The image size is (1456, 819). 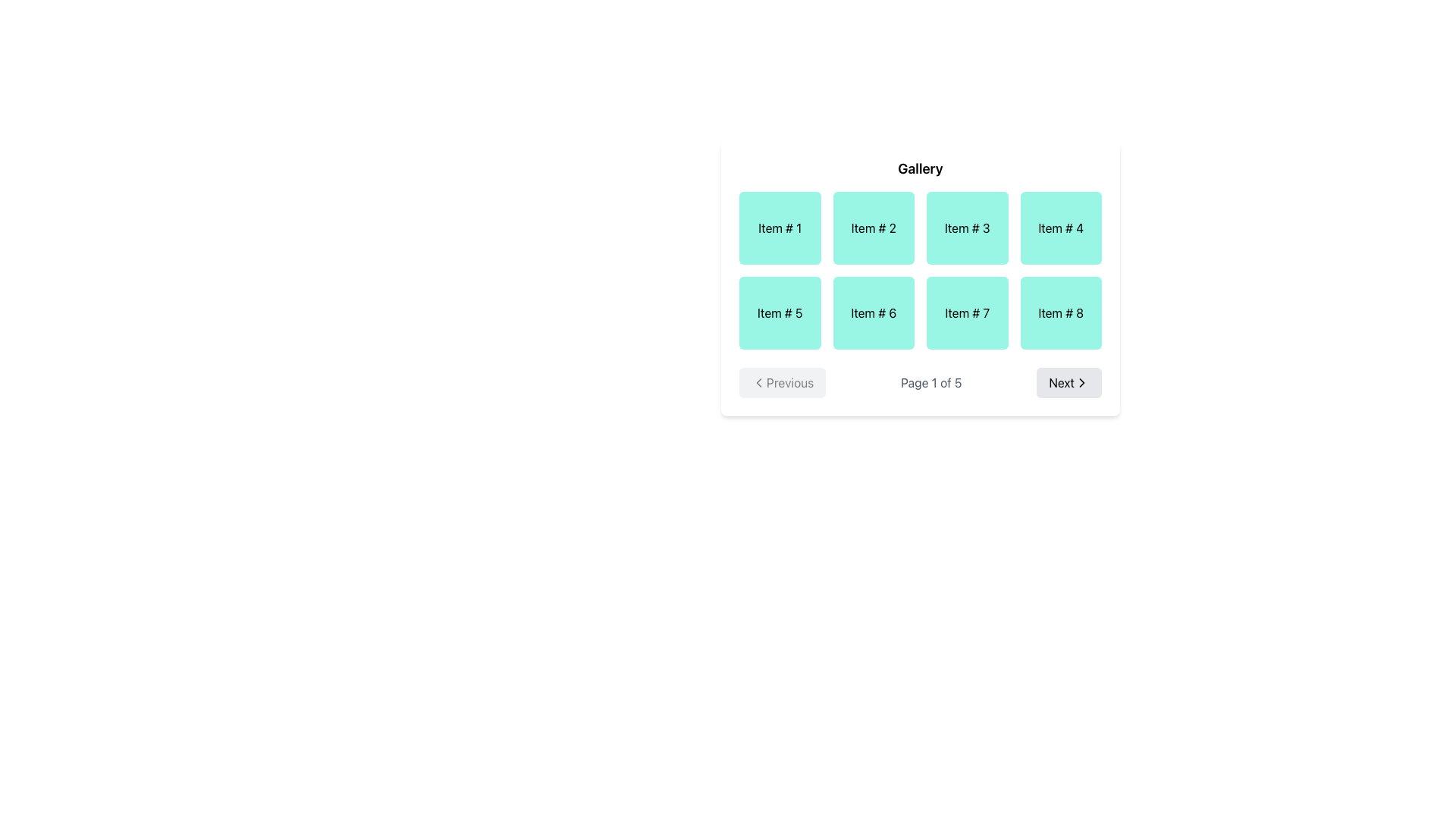 I want to click on the text label 'Item #1' located in the top-left corner of the first teal box in the gallery grid, so click(x=780, y=227).